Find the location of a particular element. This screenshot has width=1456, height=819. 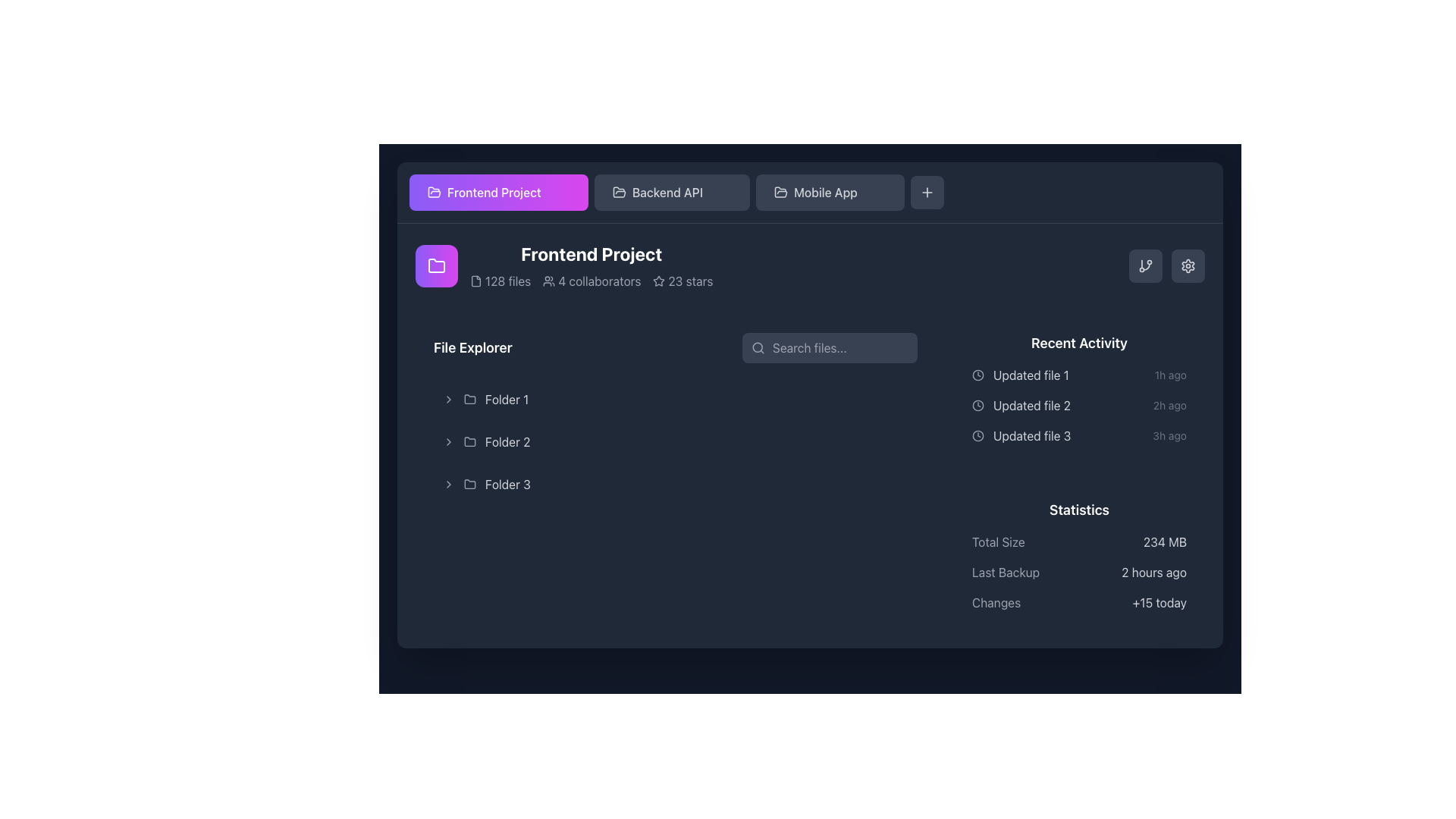

the 'Mobile App' text label located in the third tab of the tab navigation header is located at coordinates (825, 192).